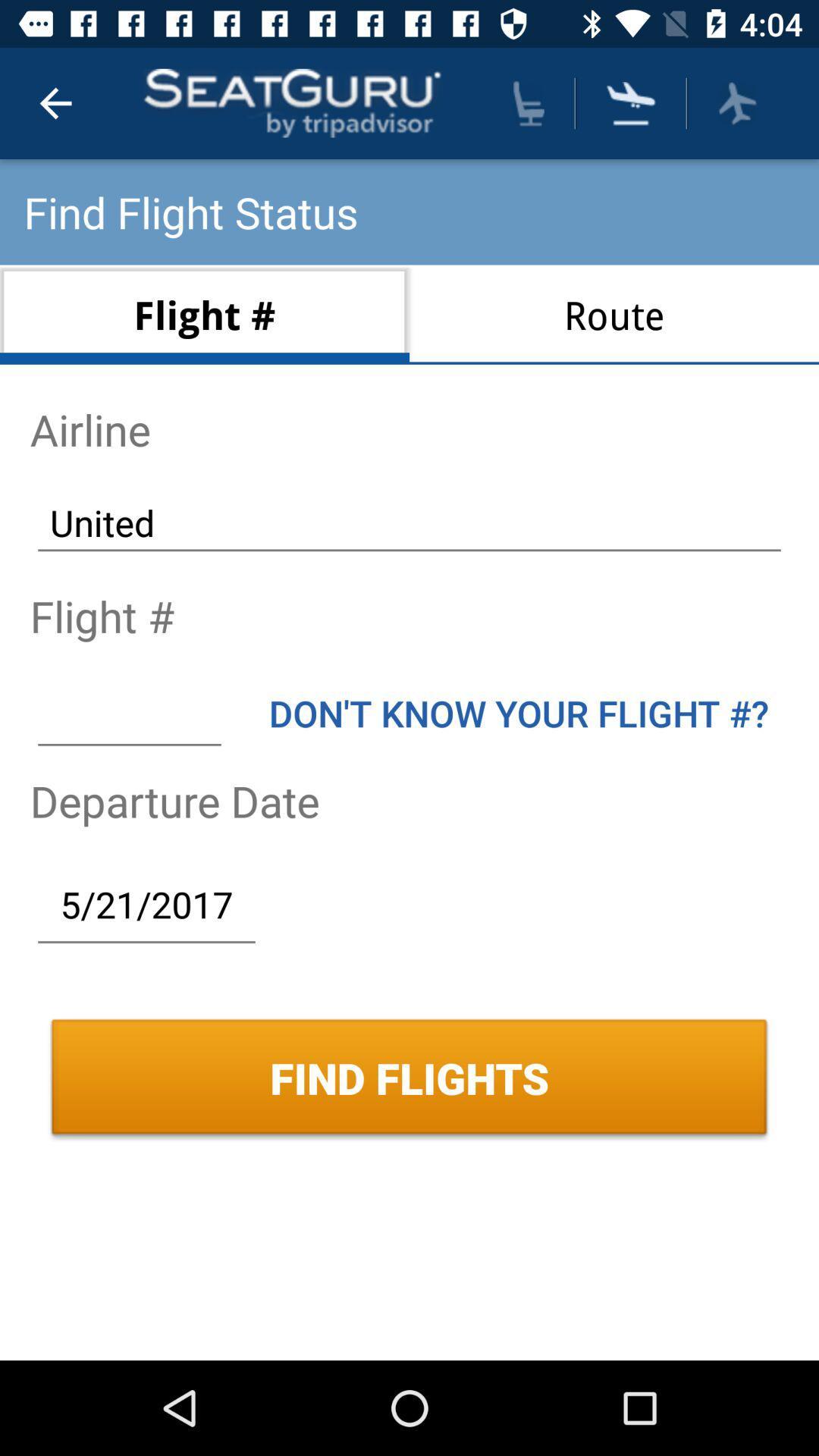 The width and height of the screenshot is (819, 1456). Describe the element at coordinates (128, 712) in the screenshot. I see `fill in info` at that location.